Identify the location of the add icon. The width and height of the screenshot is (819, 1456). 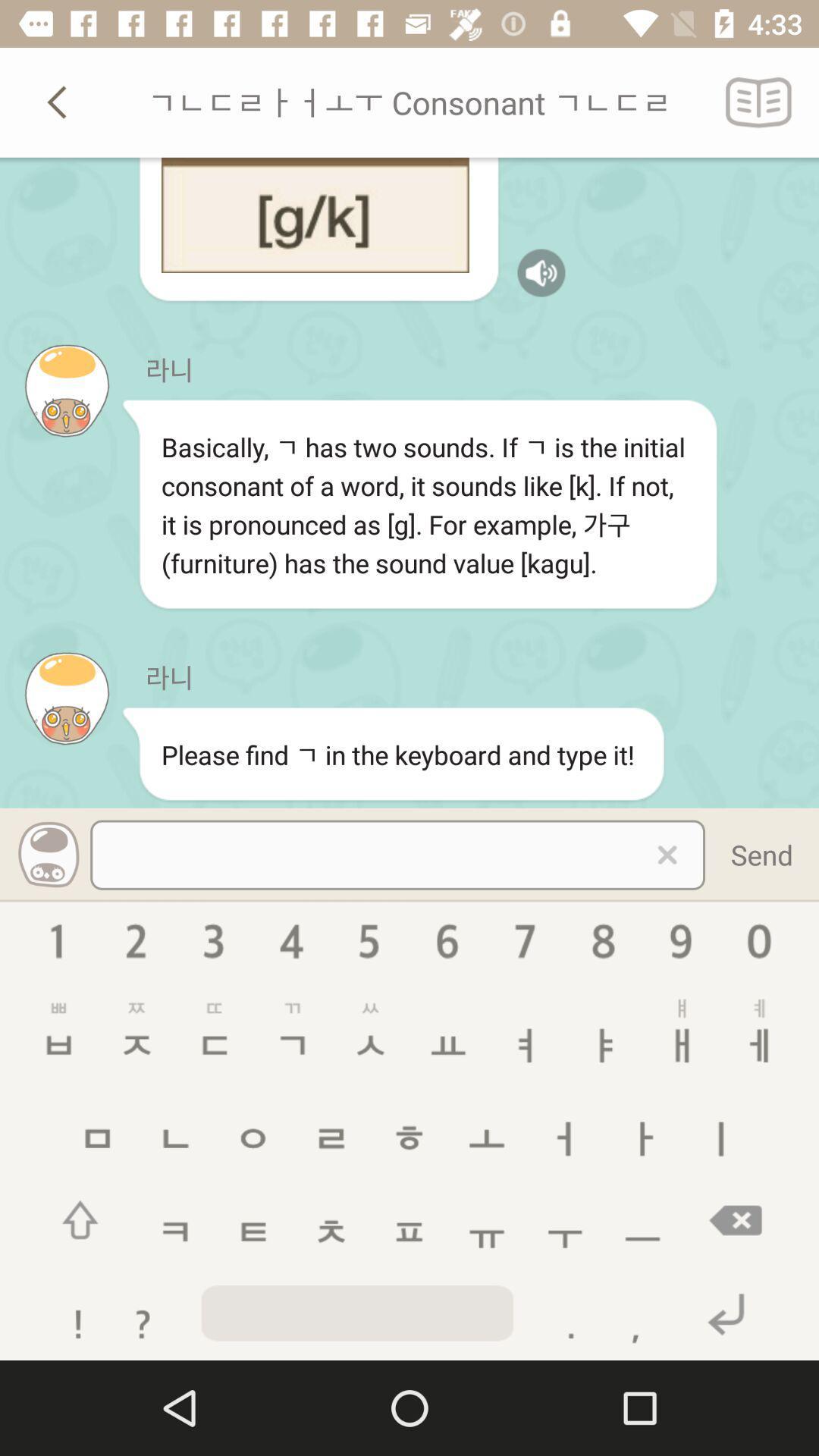
(526, 1033).